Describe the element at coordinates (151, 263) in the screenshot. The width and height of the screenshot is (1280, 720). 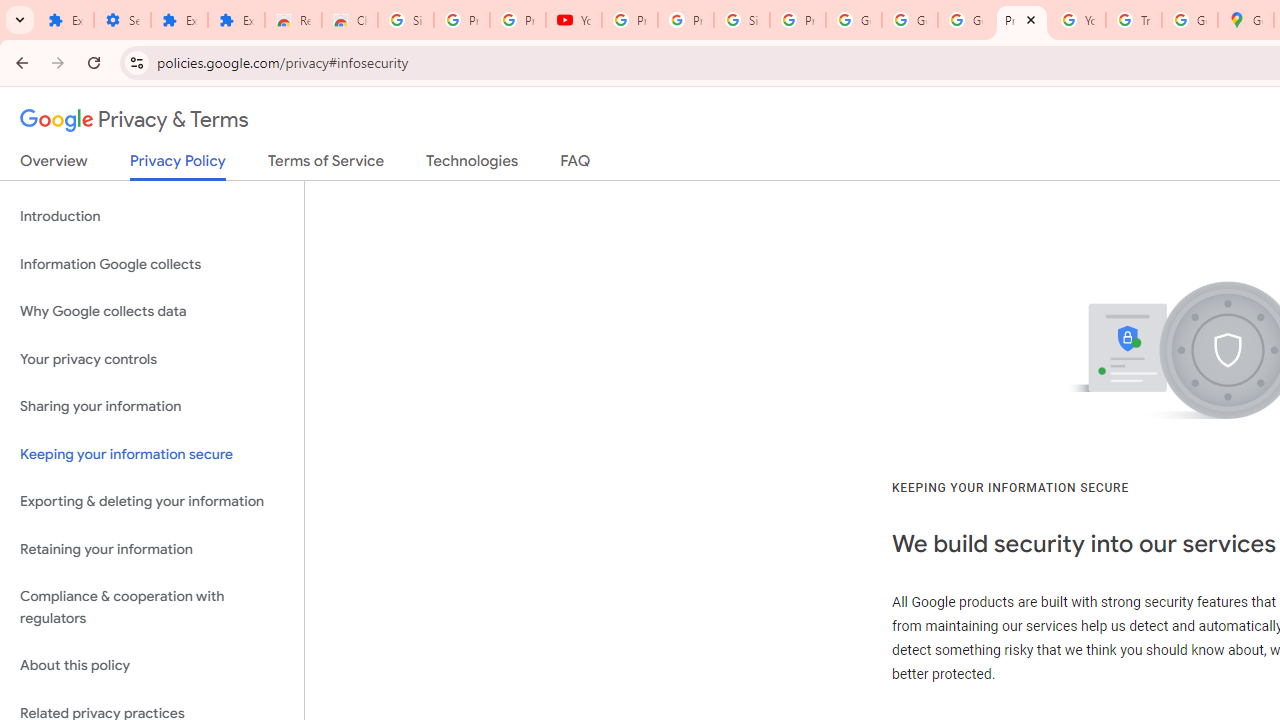
I see `'Information Google collects'` at that location.